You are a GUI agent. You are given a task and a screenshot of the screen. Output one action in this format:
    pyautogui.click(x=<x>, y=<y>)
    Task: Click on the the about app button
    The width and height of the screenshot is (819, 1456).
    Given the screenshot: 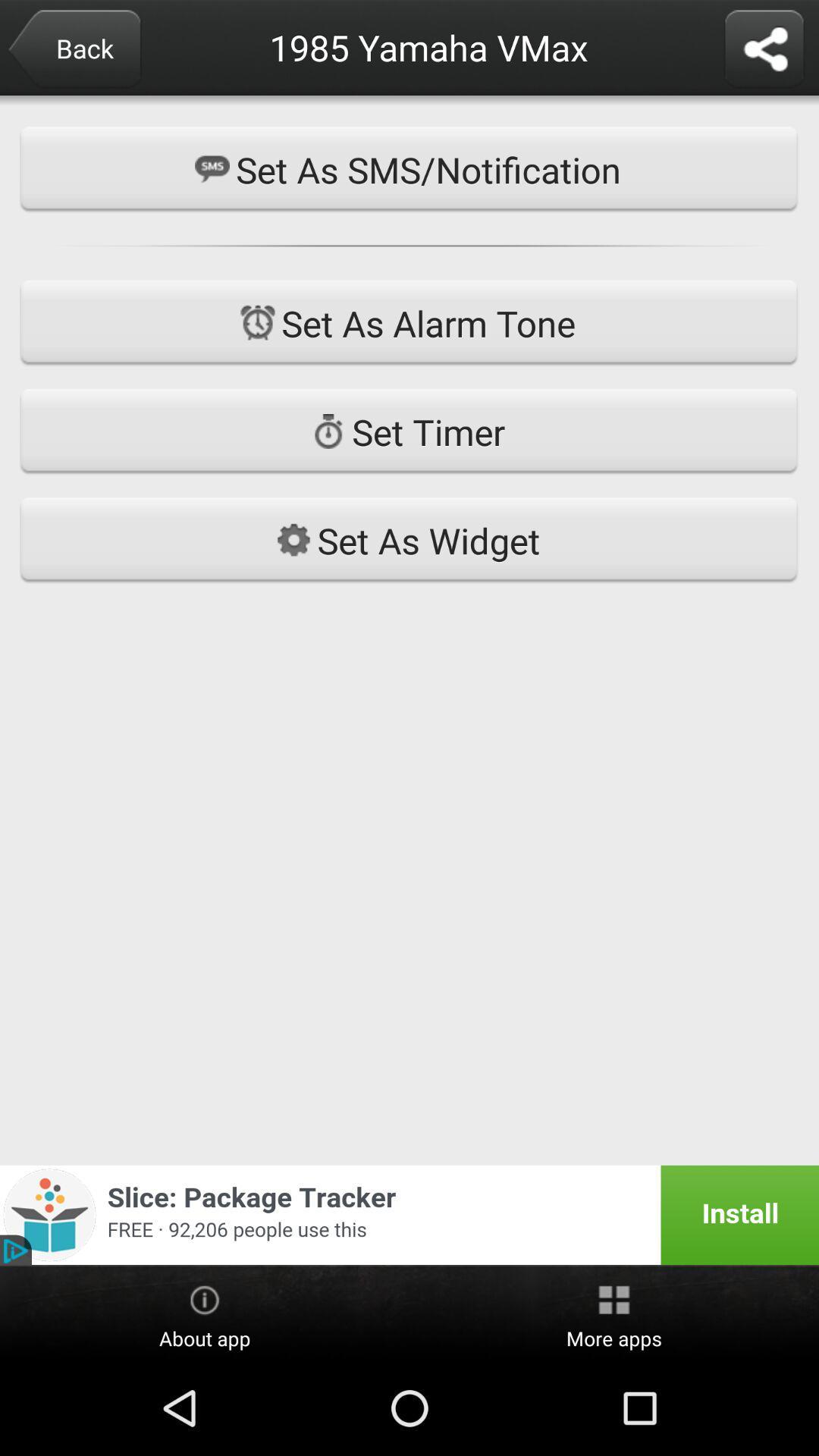 What is the action you would take?
    pyautogui.click(x=205, y=1313)
    